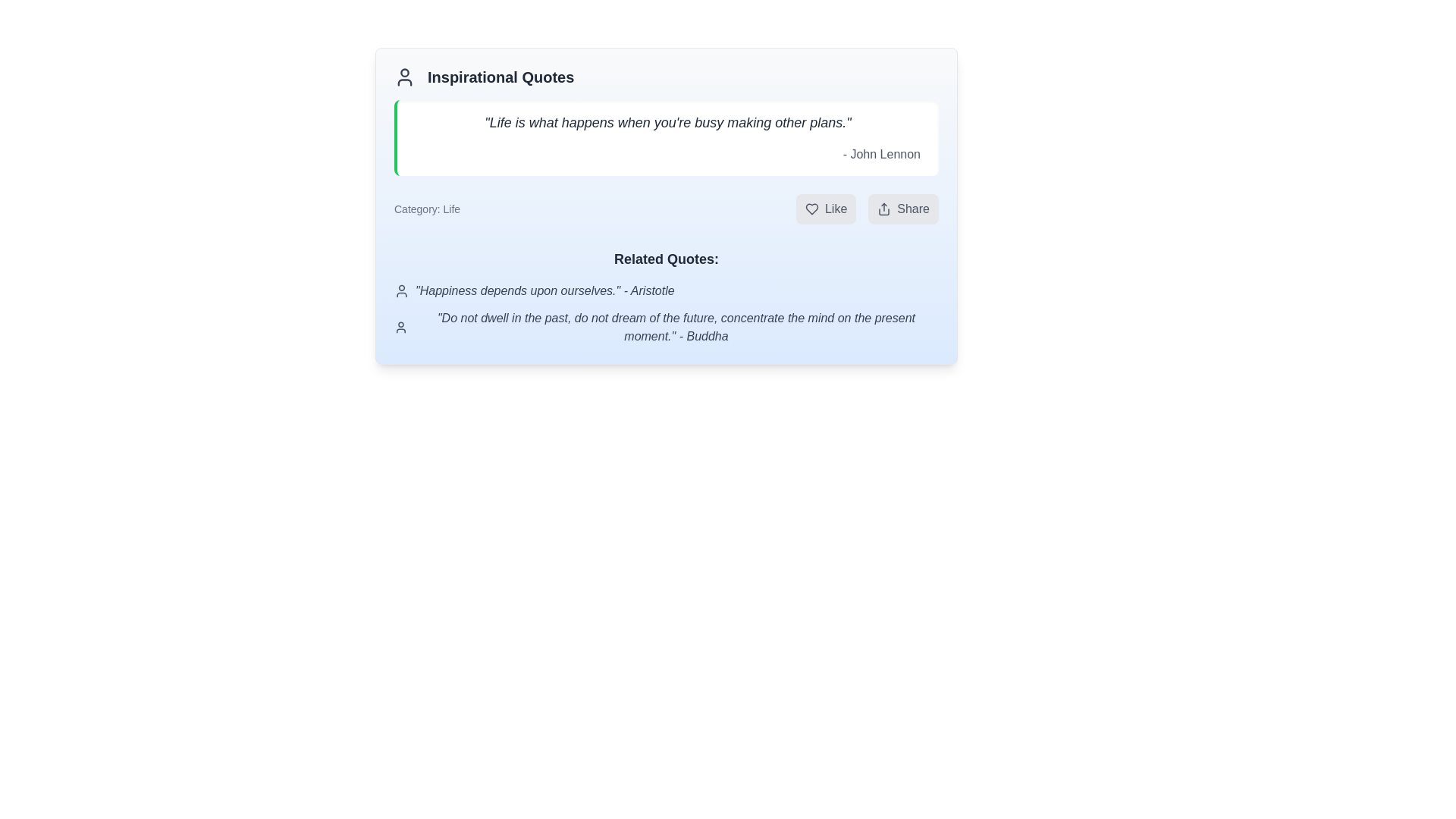  What do you see at coordinates (666, 259) in the screenshot?
I see `the text label header that serves as a section title for the related quotes displayed below it` at bounding box center [666, 259].